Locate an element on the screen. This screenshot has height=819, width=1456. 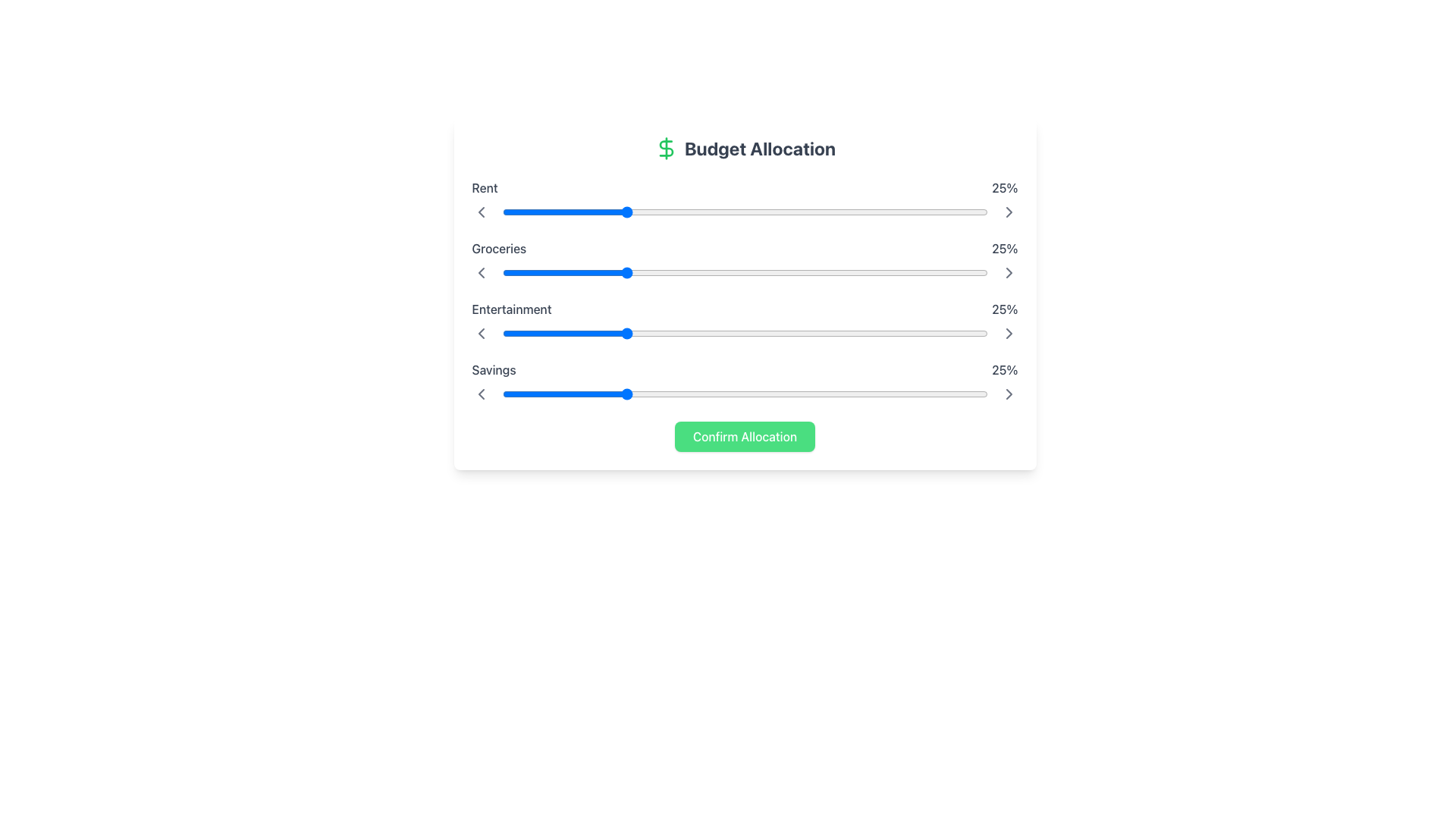
the slider value is located at coordinates (619, 394).